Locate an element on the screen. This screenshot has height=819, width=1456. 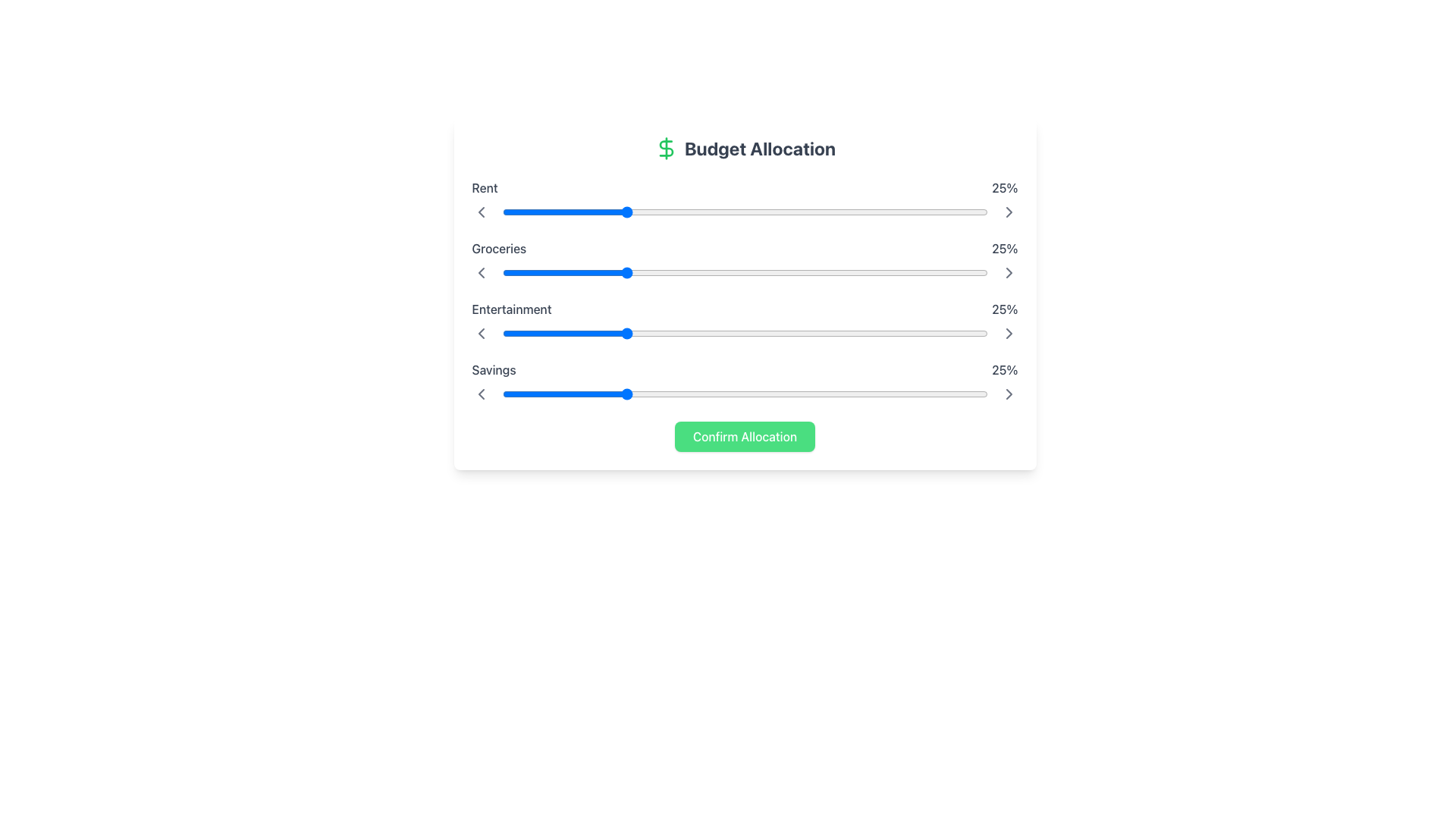
the slider value is located at coordinates (619, 394).